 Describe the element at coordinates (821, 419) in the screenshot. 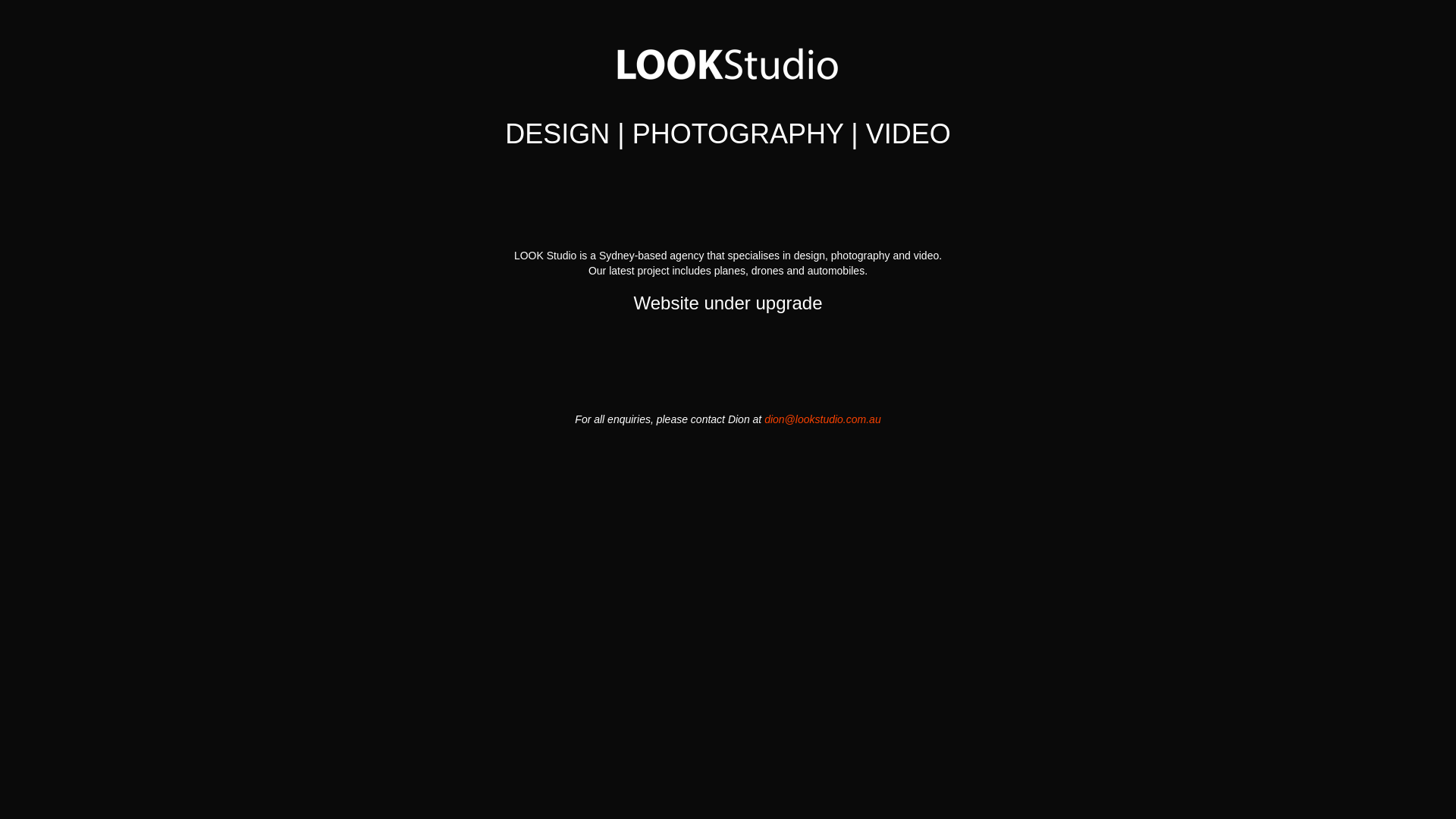

I see `'dion@lookstudio.com.au'` at that location.